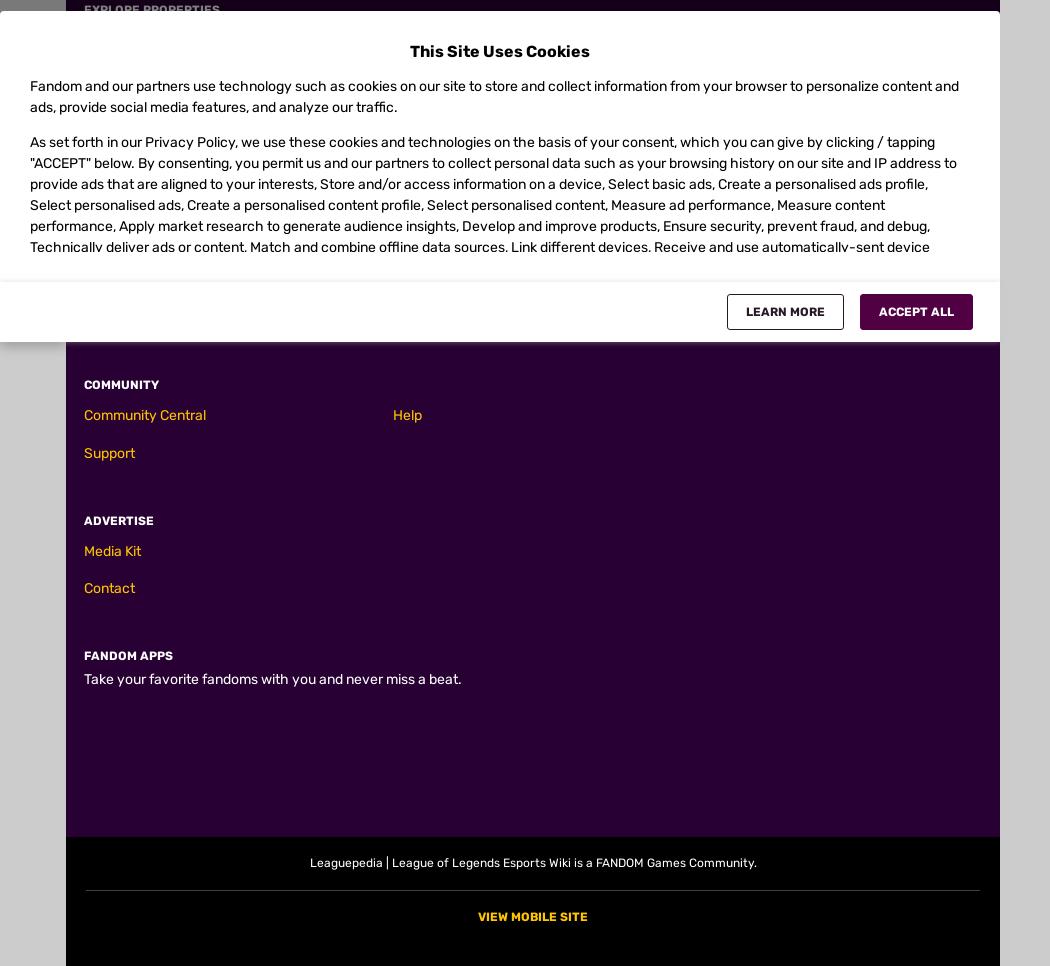 Image resolution: width=1050 pixels, height=966 pixels. Describe the element at coordinates (475, 91) in the screenshot. I see `'Passive causes Akali’s next two attacks to heal and deal bonus damage. W teleports Akali to the cast location.'` at that location.